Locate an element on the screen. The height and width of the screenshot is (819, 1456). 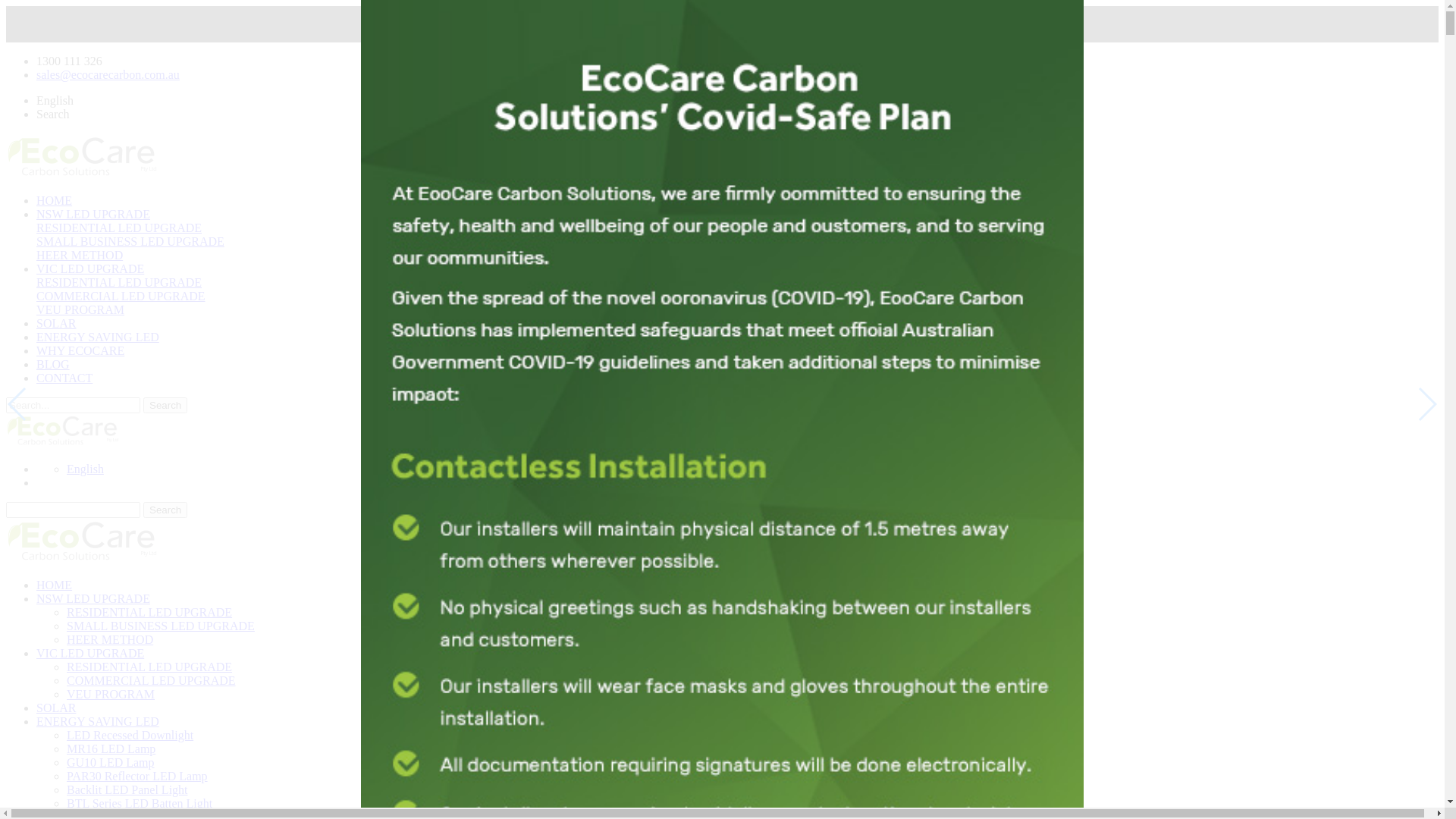
'sales@ecocarecarbon.com.au' is located at coordinates (107, 74).